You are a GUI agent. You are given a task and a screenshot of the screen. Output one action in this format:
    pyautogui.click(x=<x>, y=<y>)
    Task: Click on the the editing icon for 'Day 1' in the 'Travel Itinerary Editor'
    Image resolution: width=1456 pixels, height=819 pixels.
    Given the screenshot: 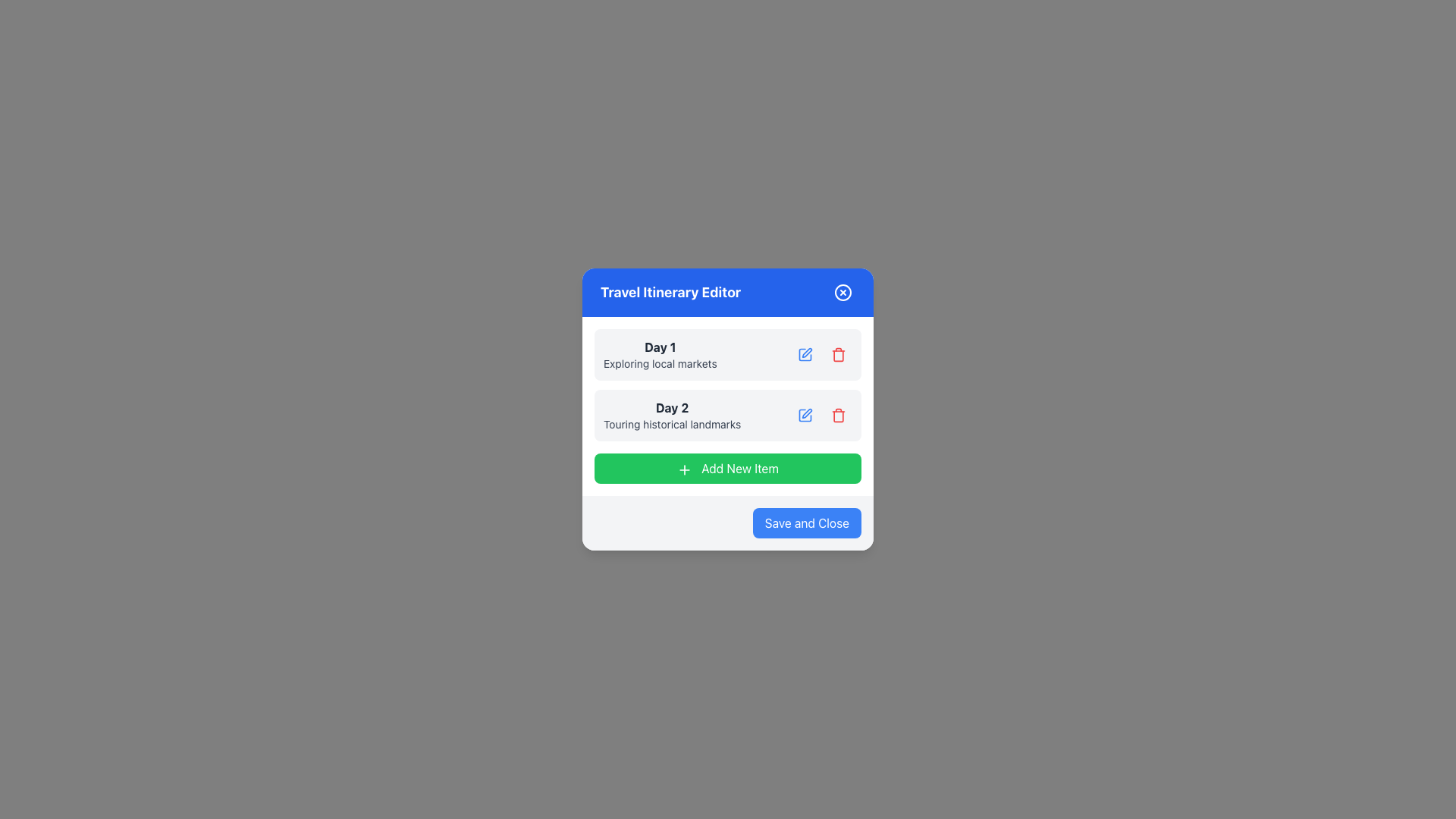 What is the action you would take?
    pyautogui.click(x=806, y=353)
    